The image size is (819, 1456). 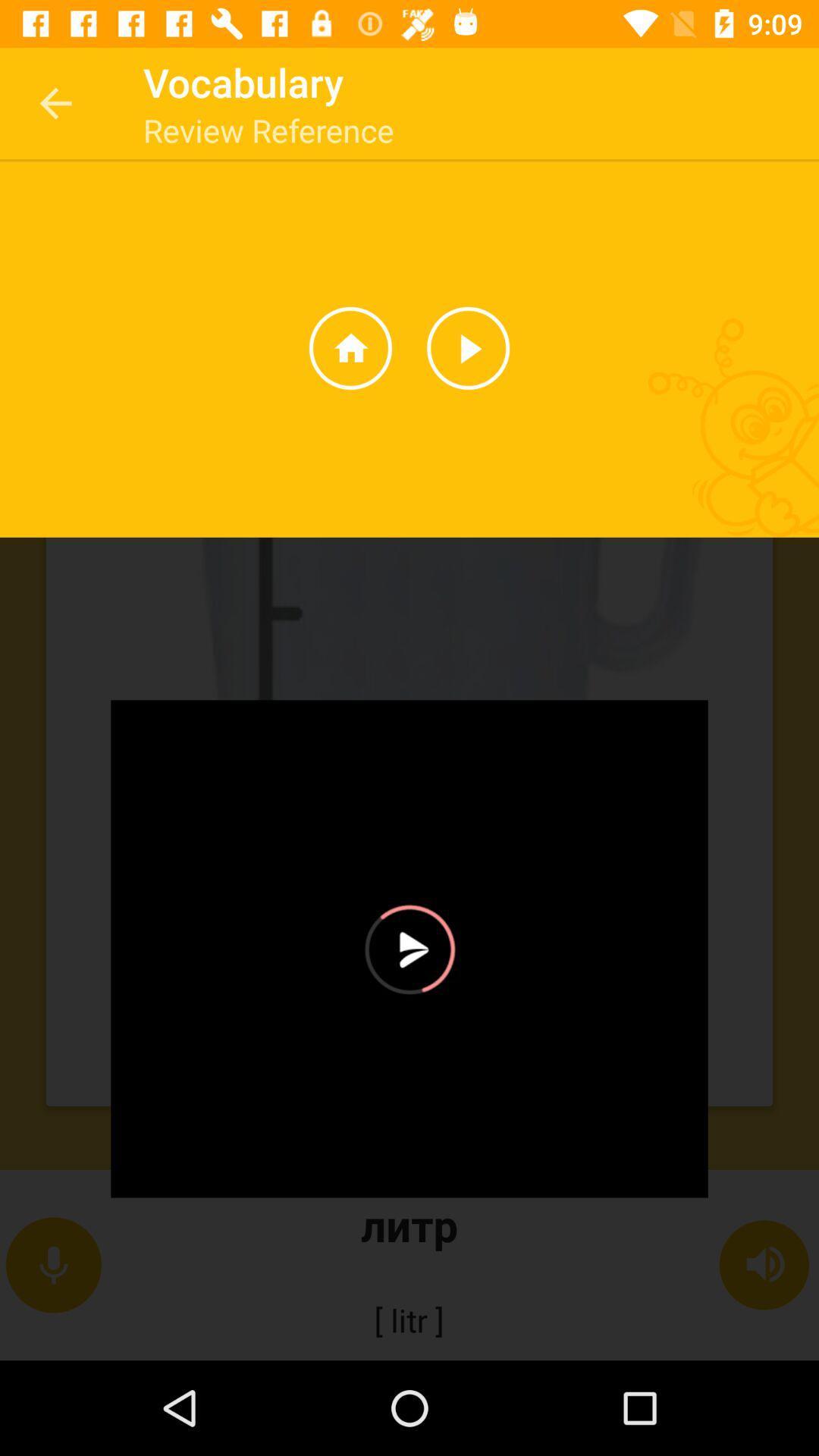 What do you see at coordinates (350, 347) in the screenshot?
I see `the home icon` at bounding box center [350, 347].